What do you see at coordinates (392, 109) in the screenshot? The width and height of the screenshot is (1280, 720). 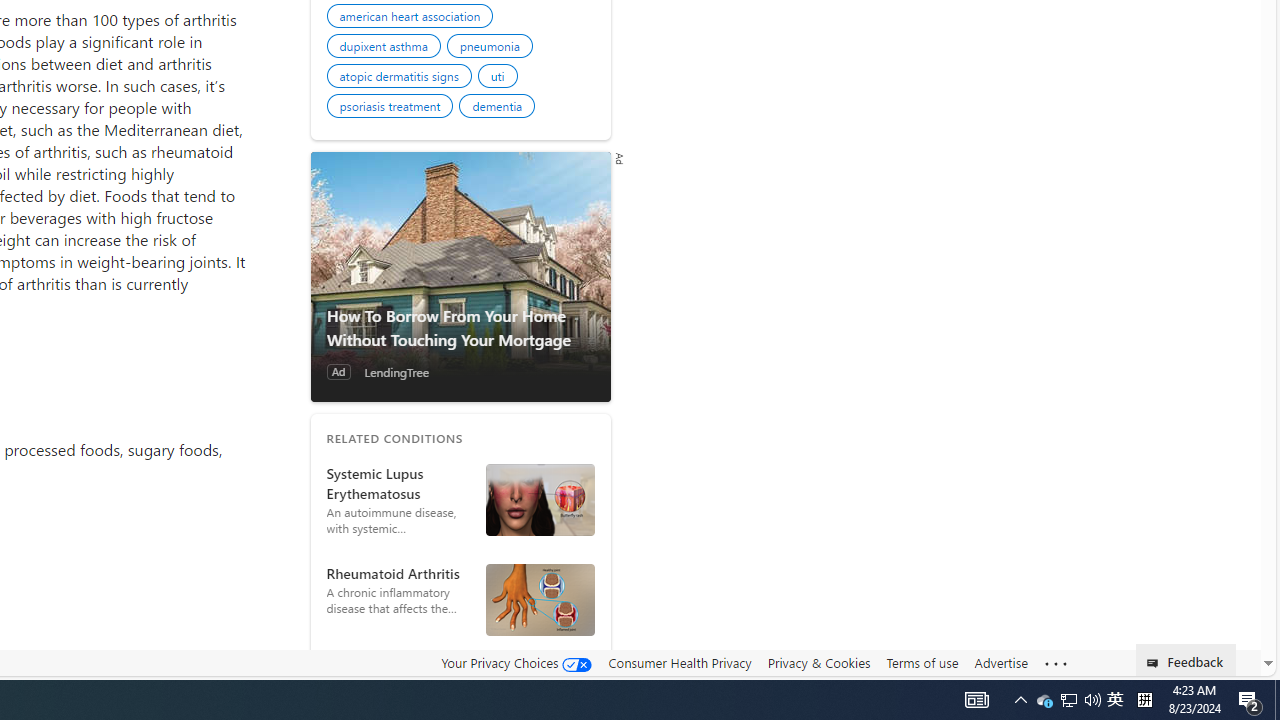 I see `'psoriasis treatment'` at bounding box center [392, 109].